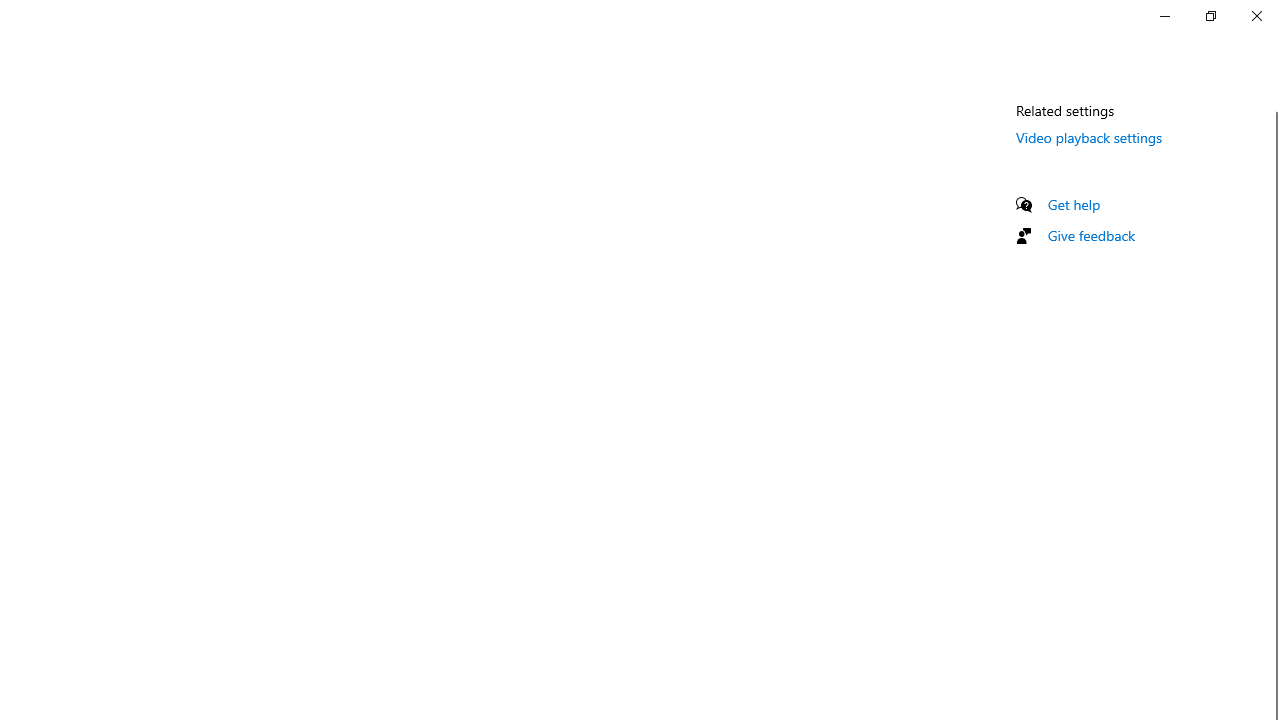 This screenshot has width=1280, height=720. I want to click on 'Give feedback', so click(1090, 234).